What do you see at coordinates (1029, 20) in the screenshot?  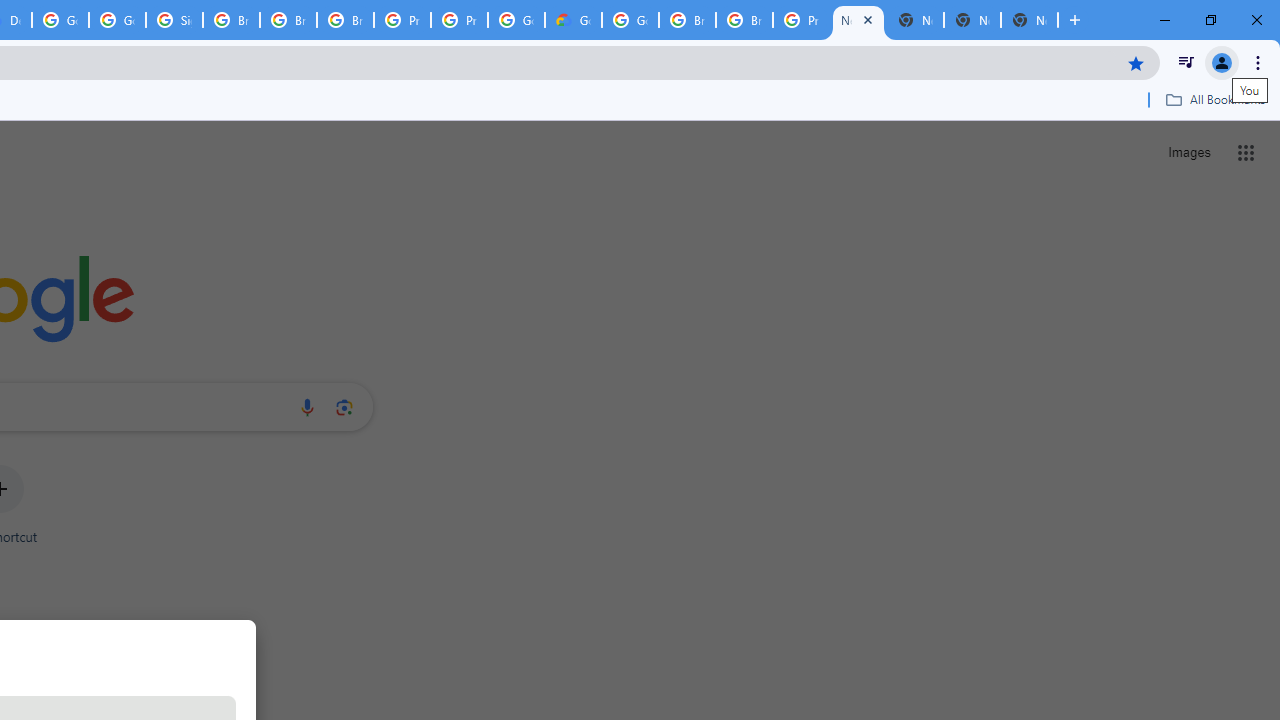 I see `'New Tab'` at bounding box center [1029, 20].